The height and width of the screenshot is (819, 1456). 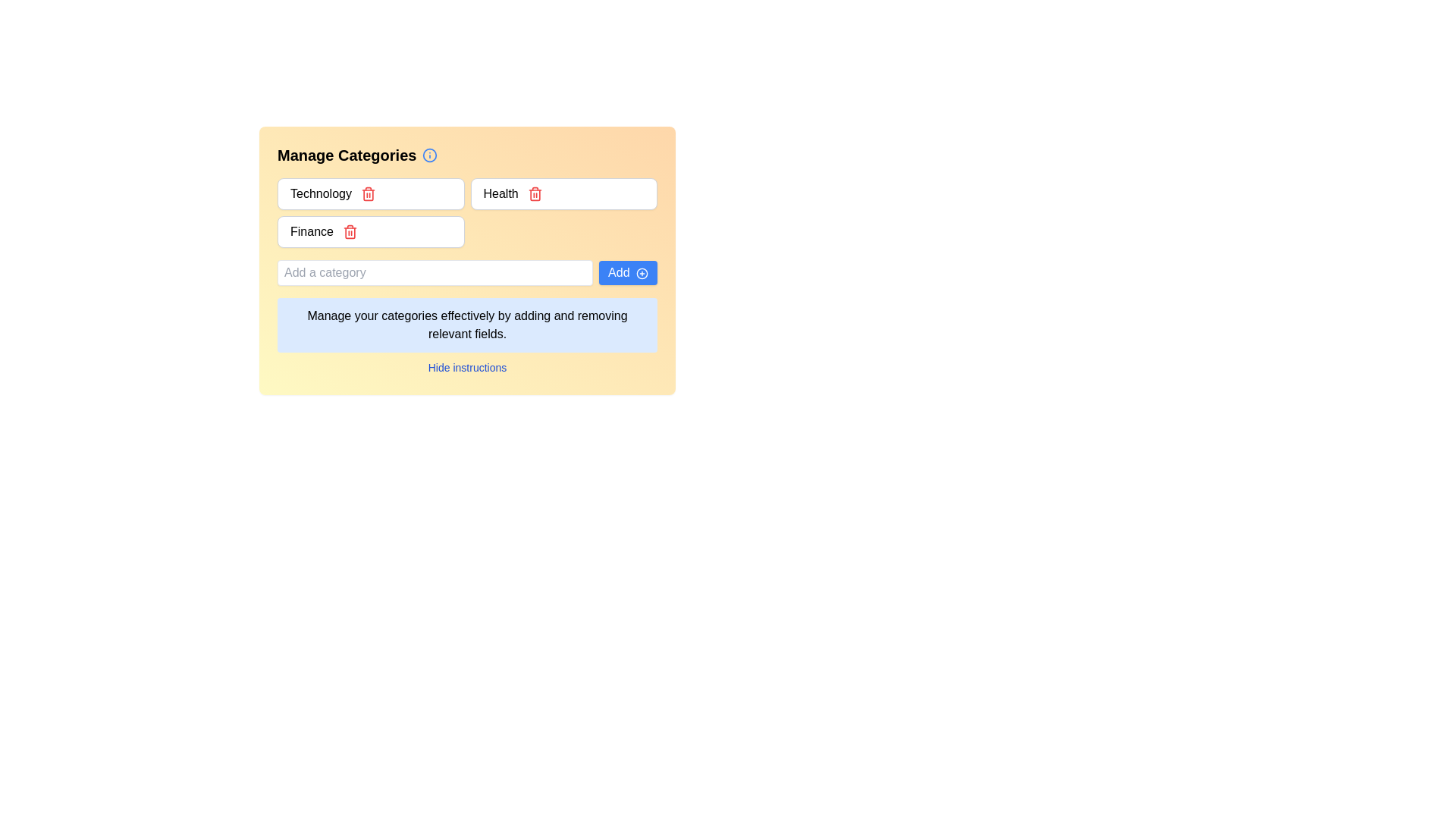 What do you see at coordinates (628, 271) in the screenshot?
I see `the blue button with rounded corners and the text 'Add'` at bounding box center [628, 271].